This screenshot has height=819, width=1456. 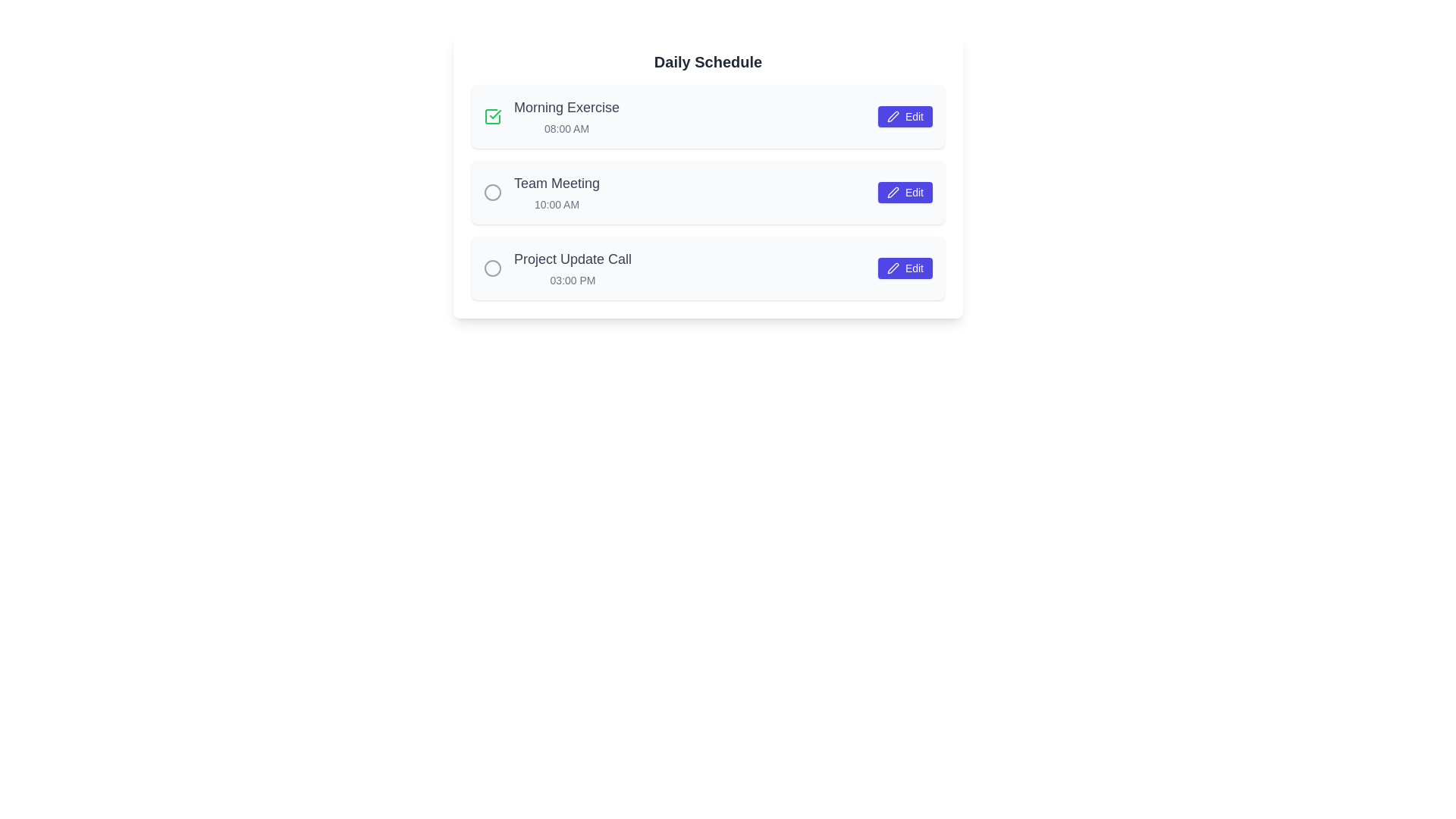 What do you see at coordinates (556, 205) in the screenshot?
I see `the text label displaying the scheduled time of the event 'Team Meeting', which is positioned below the main title in the second event block` at bounding box center [556, 205].